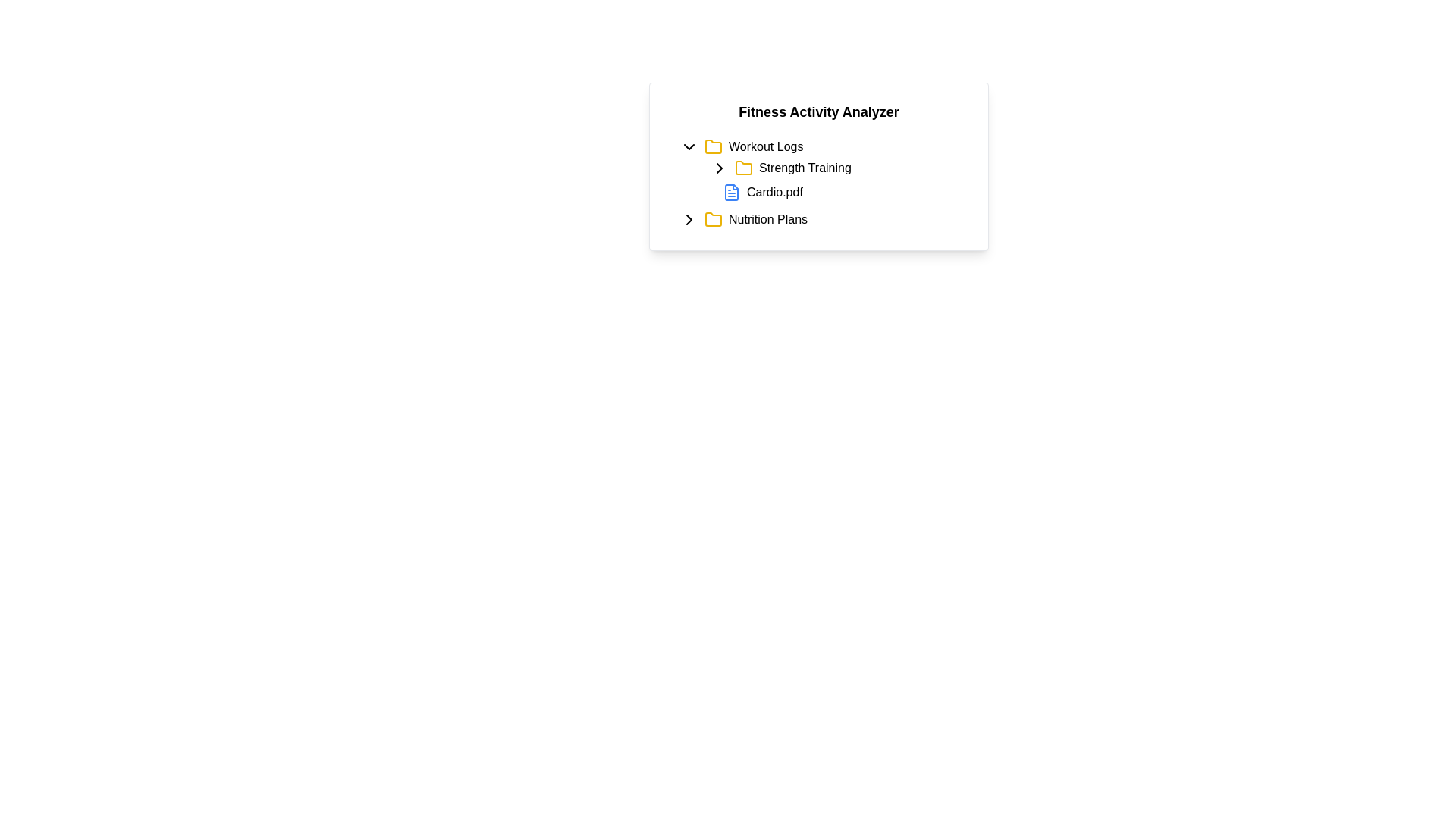  I want to click on the list item representing the document named 'Cardio.pdf' within the 'Strength Training' folder of the file explorer, so click(833, 192).